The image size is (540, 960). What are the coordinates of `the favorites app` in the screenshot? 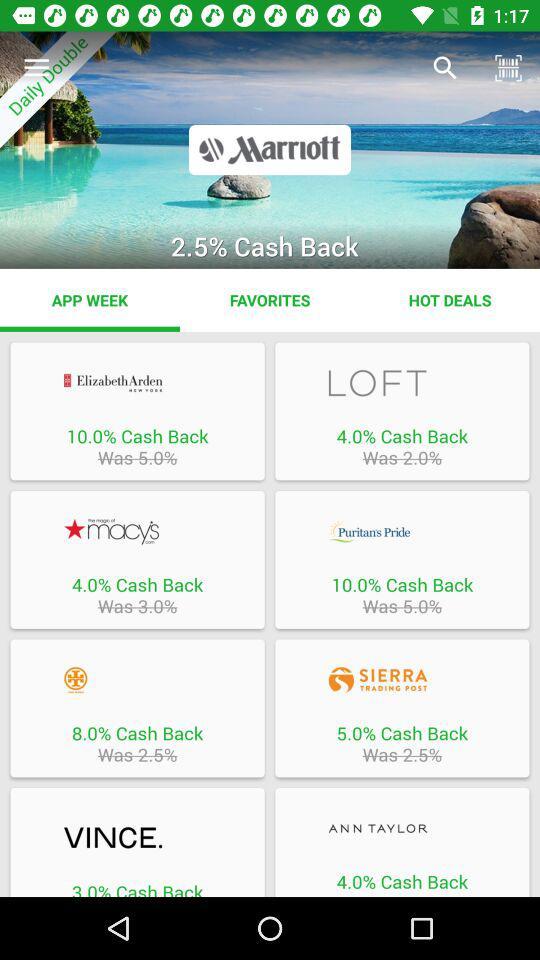 It's located at (270, 299).